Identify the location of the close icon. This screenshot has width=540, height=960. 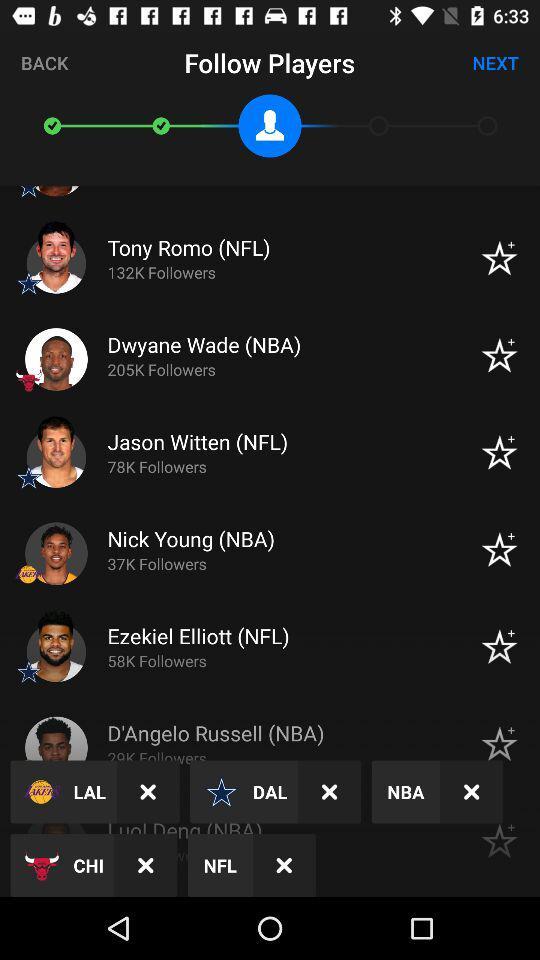
(144, 864).